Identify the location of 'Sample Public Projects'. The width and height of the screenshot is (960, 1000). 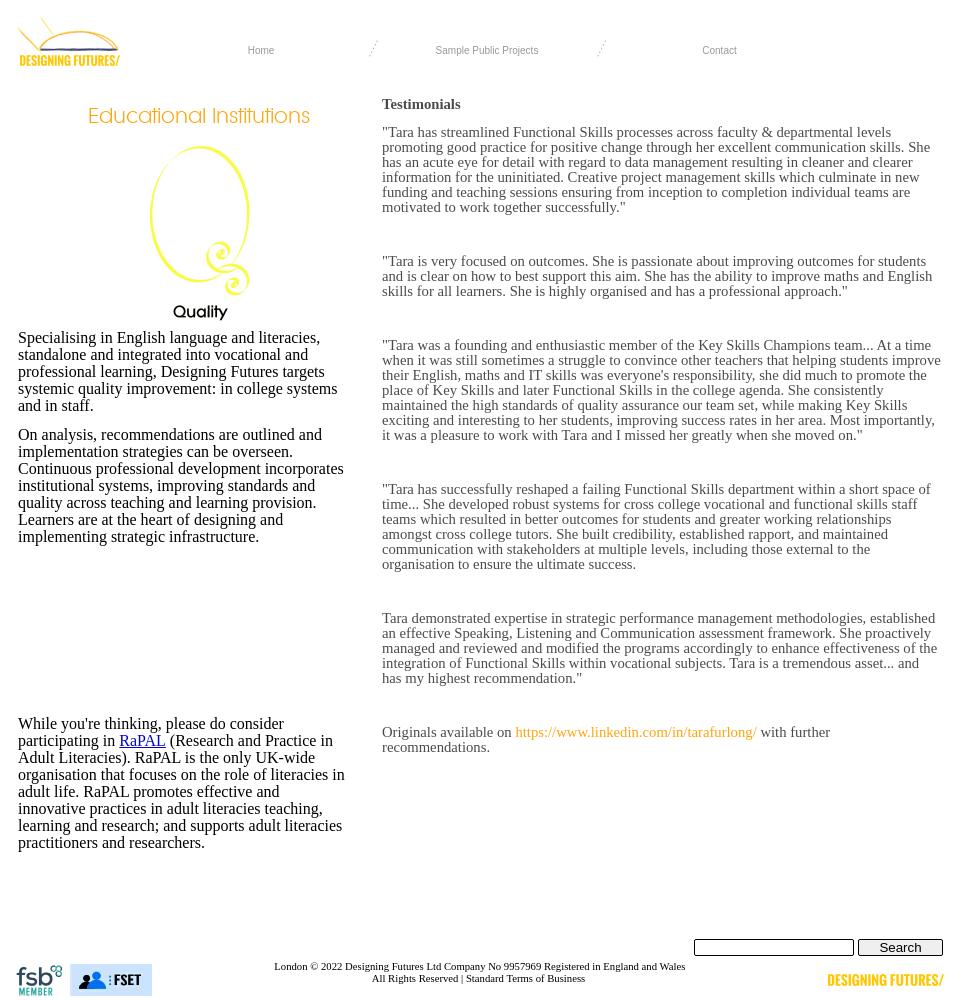
(485, 50).